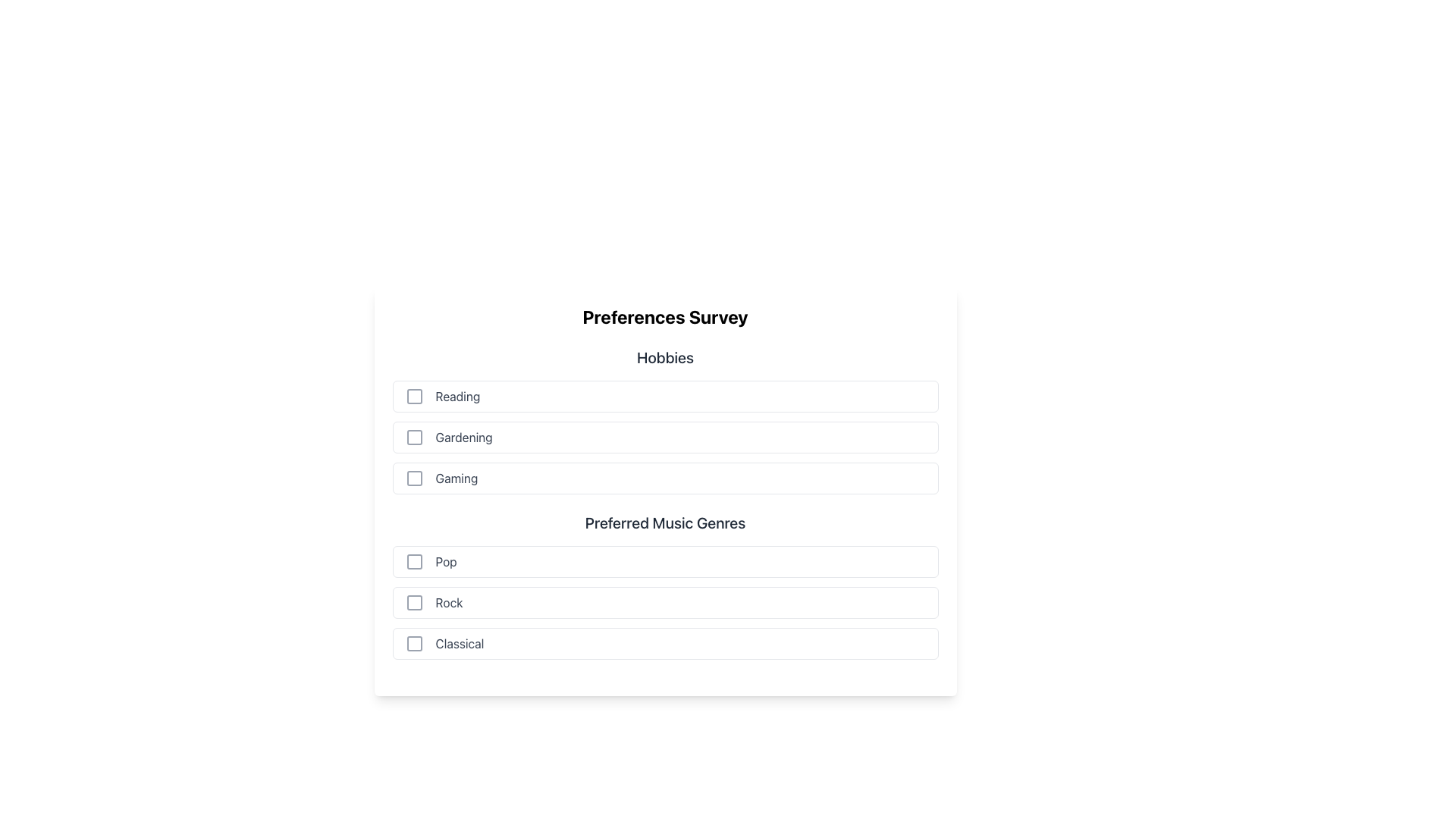 The width and height of the screenshot is (1456, 819). I want to click on the checkbox indicator for the 'Classical' option in the 'Preferred Music Genres' section, so click(414, 643).